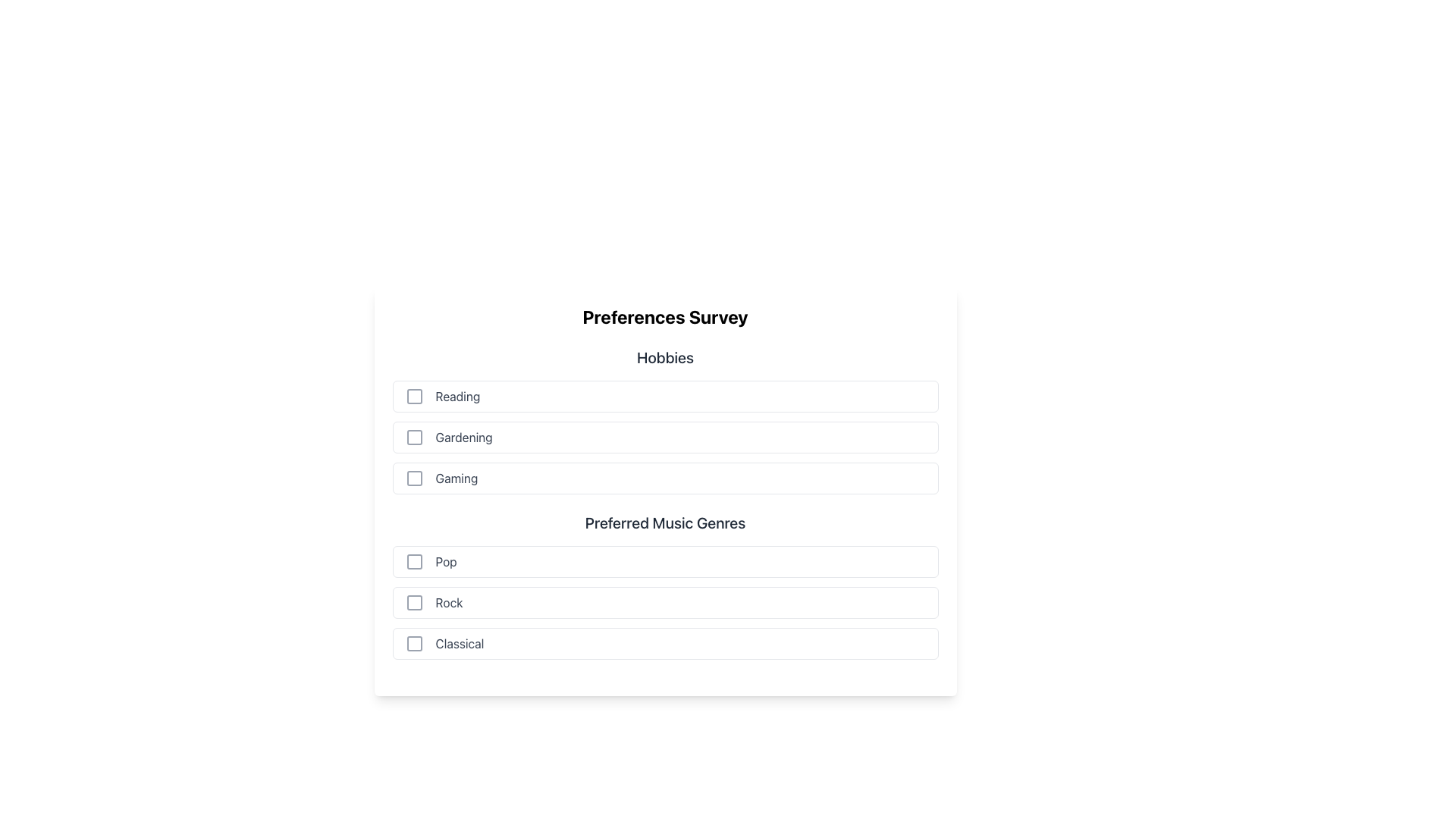 The width and height of the screenshot is (1456, 819). I want to click on the checkbox indicator for the 'Classical' option in the 'Preferred Music Genres' section, so click(414, 643).